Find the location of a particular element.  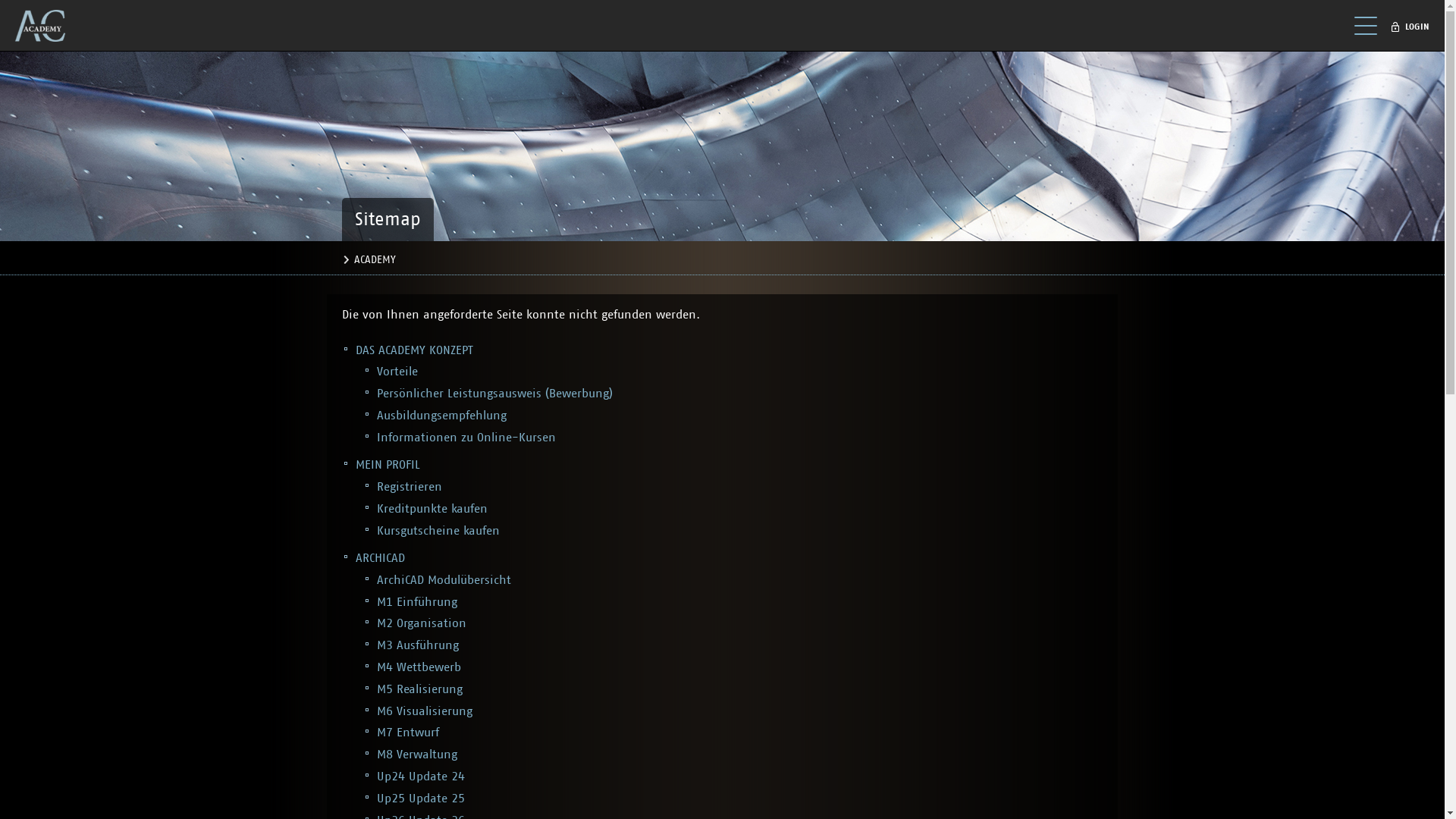

'Vorteile' is located at coordinates (397, 371).